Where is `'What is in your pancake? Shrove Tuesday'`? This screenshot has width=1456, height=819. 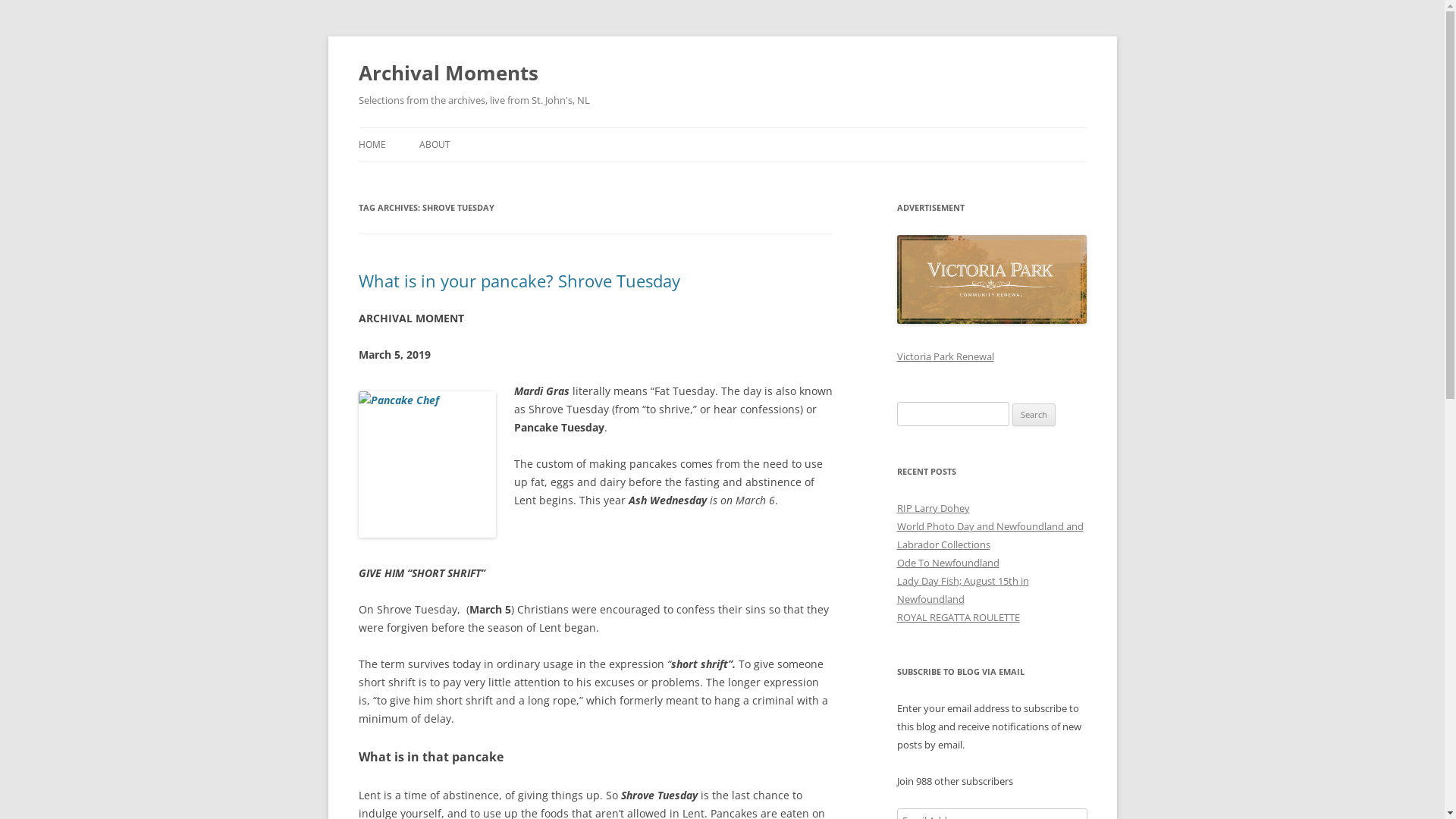
'What is in your pancake? Shrove Tuesday' is located at coordinates (519, 281).